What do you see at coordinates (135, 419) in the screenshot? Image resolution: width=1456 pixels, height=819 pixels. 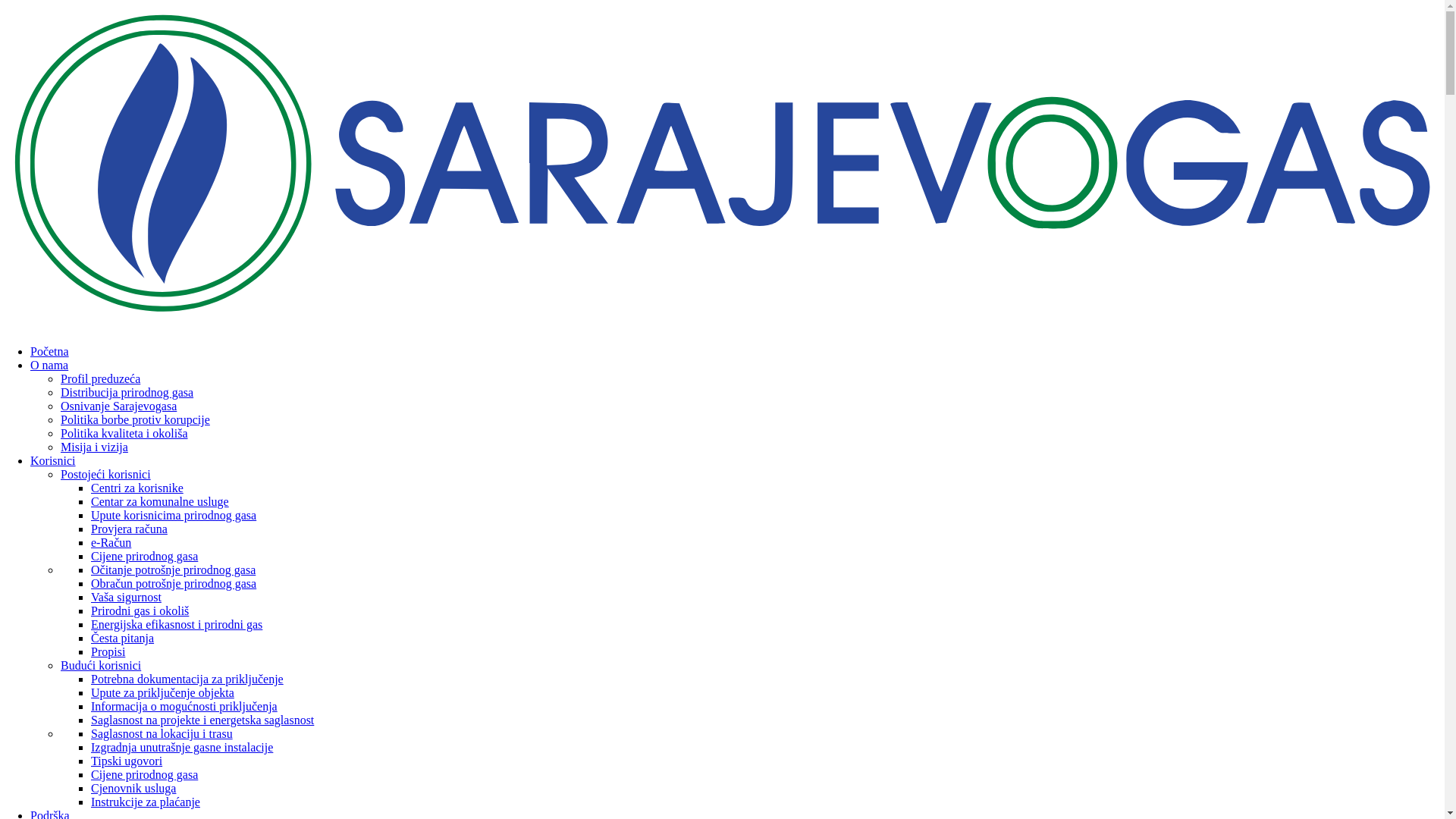 I see `'Politika borbe protiv korupcije'` at bounding box center [135, 419].